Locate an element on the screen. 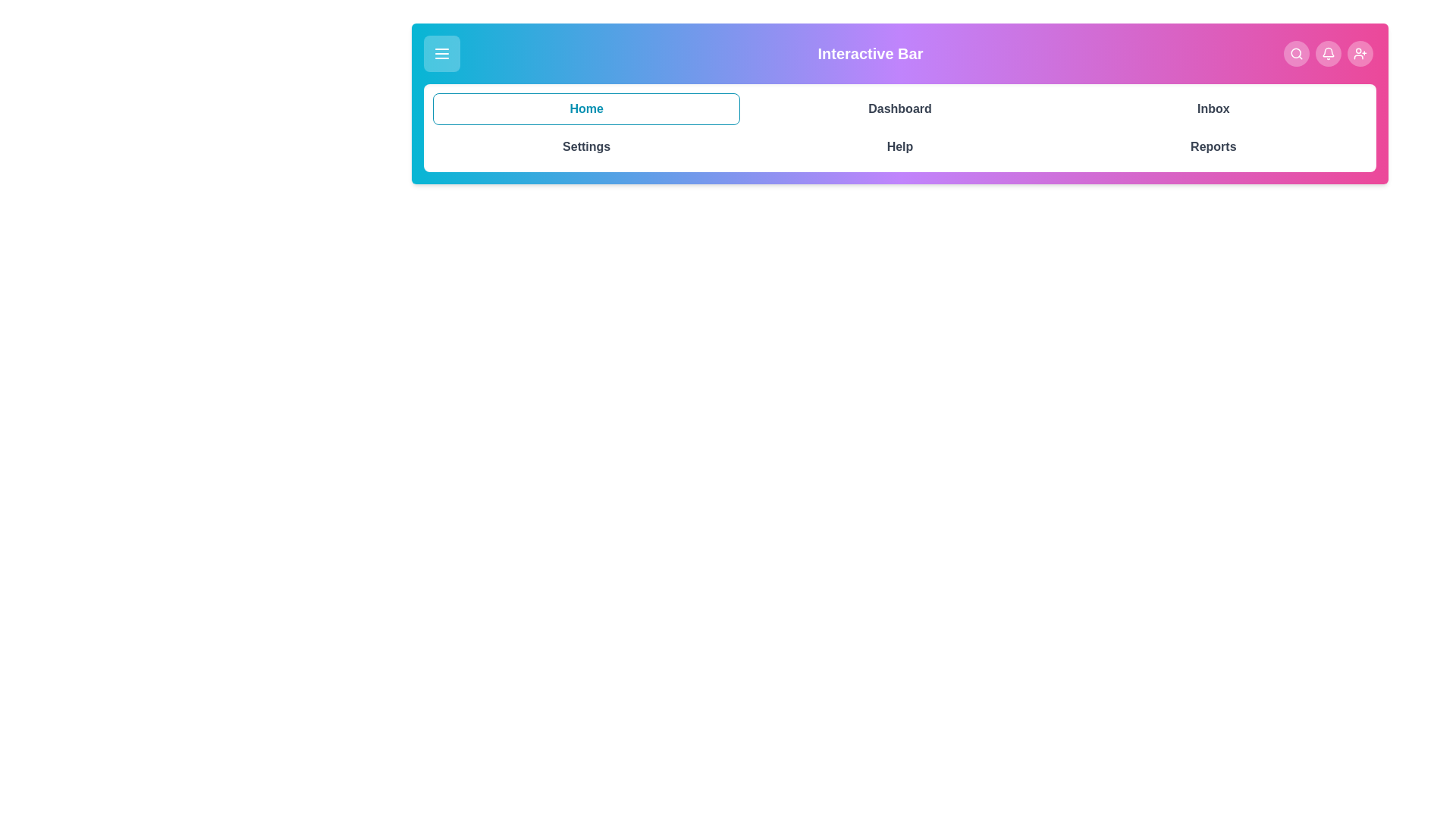  the navigation tab labeled Help is located at coordinates (899, 146).